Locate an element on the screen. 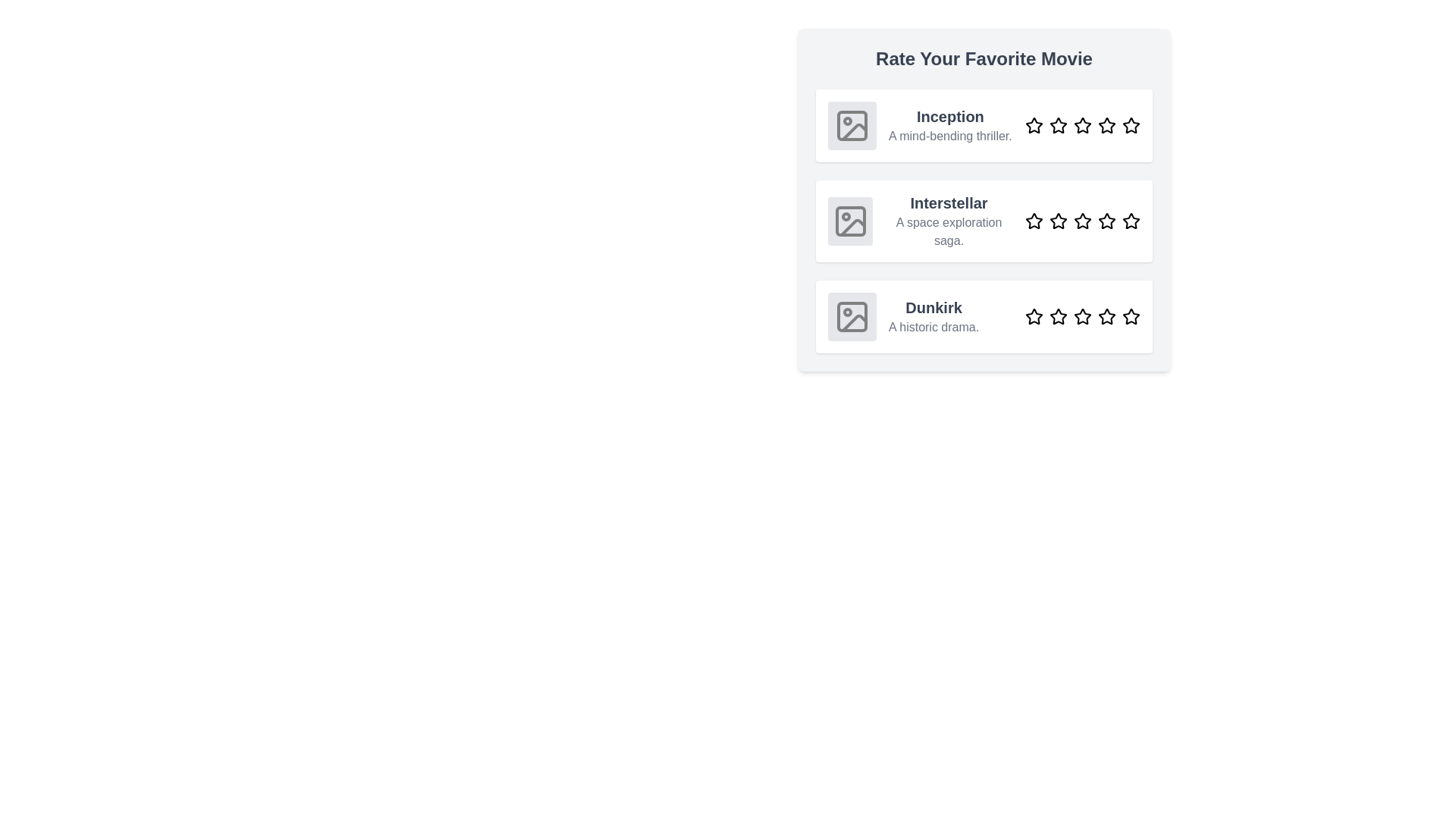 The height and width of the screenshot is (819, 1456). the second star icon in the rating row for 'Interstellar' to provide a rating is located at coordinates (1058, 221).